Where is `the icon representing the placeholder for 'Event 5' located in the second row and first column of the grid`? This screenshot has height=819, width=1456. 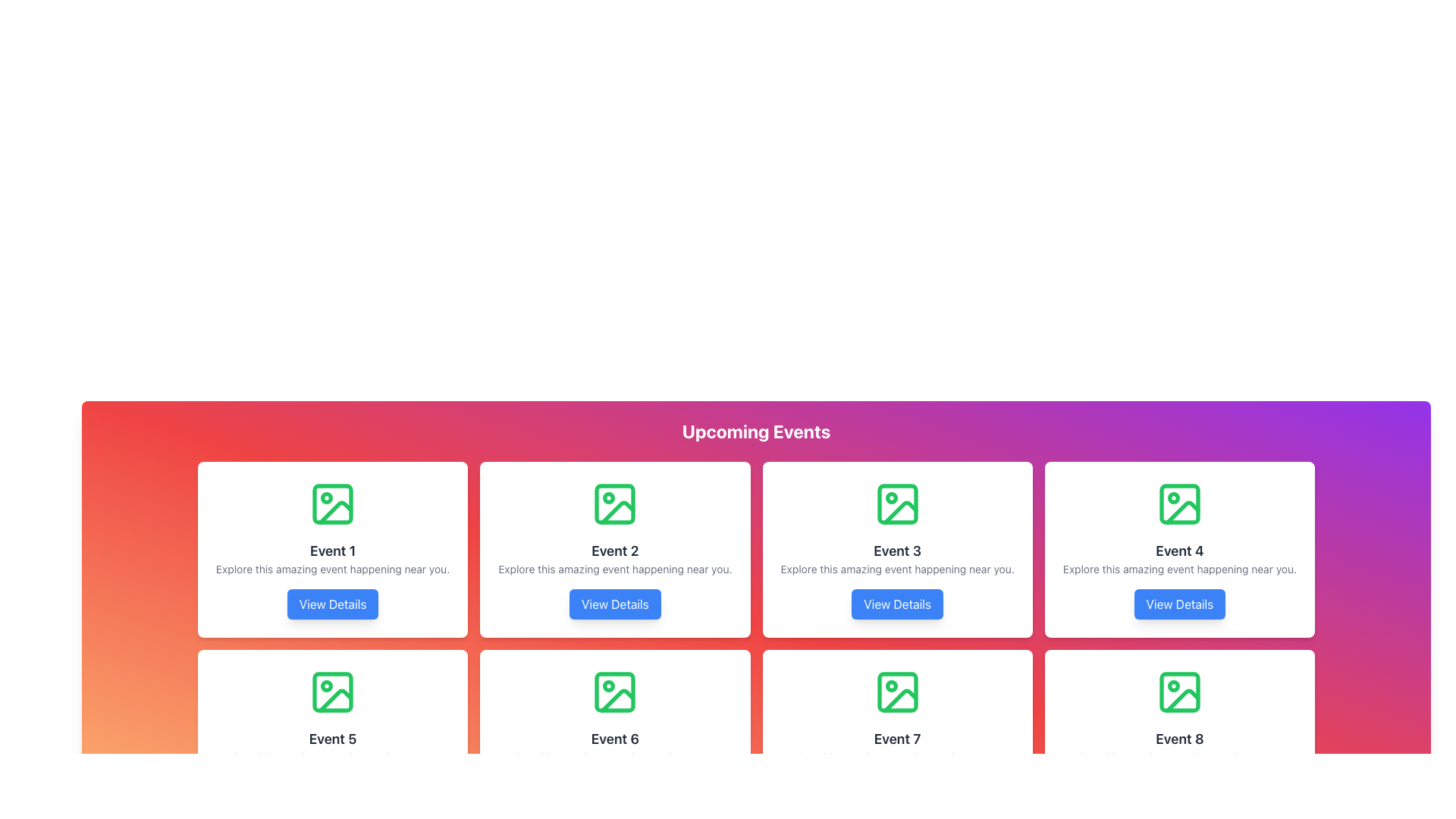
the icon representing the placeholder for 'Event 5' located in the second row and first column of the grid is located at coordinates (332, 692).